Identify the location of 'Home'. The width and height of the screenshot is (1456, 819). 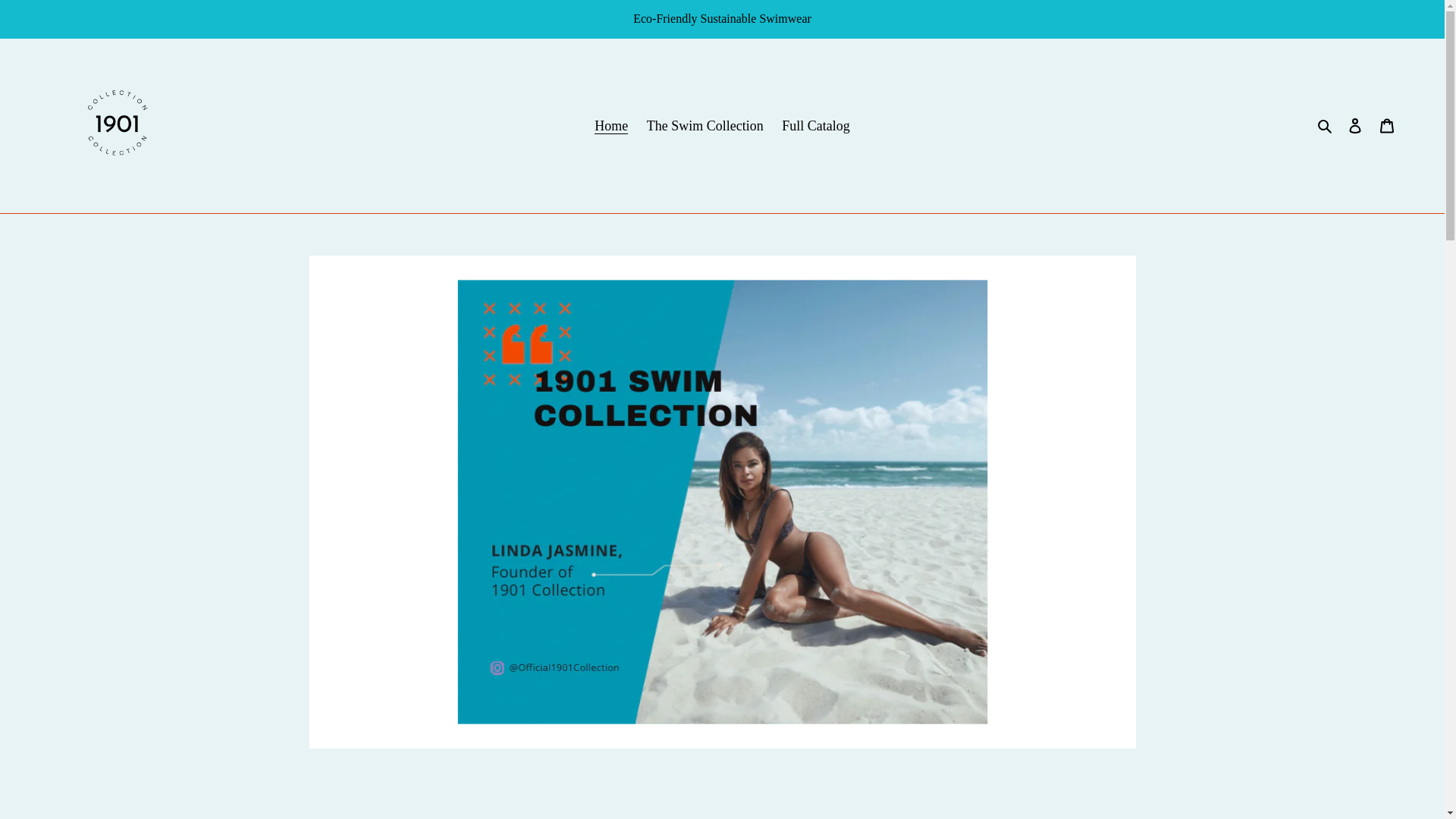
(585, 125).